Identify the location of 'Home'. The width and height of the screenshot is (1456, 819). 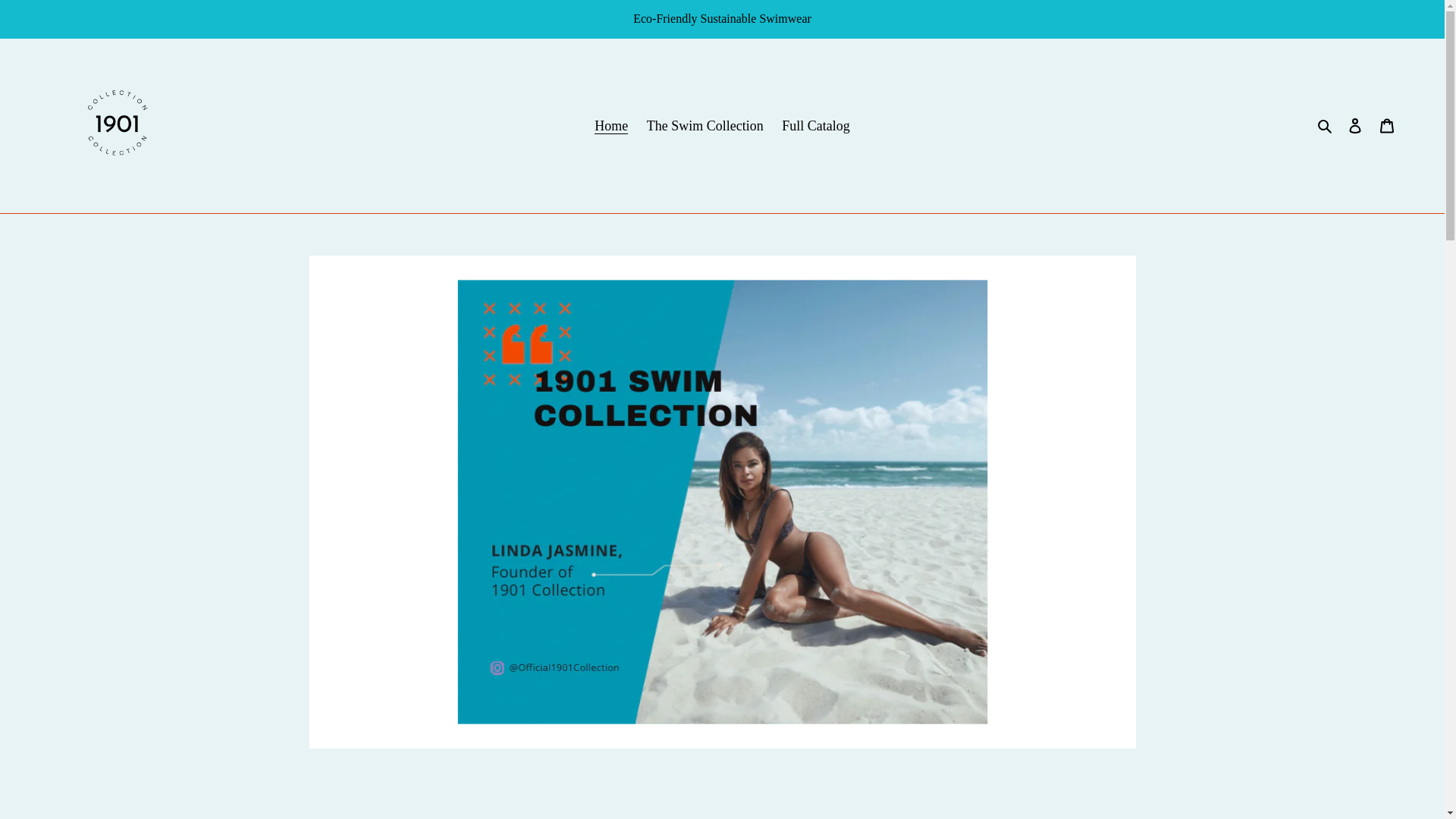
(585, 125).